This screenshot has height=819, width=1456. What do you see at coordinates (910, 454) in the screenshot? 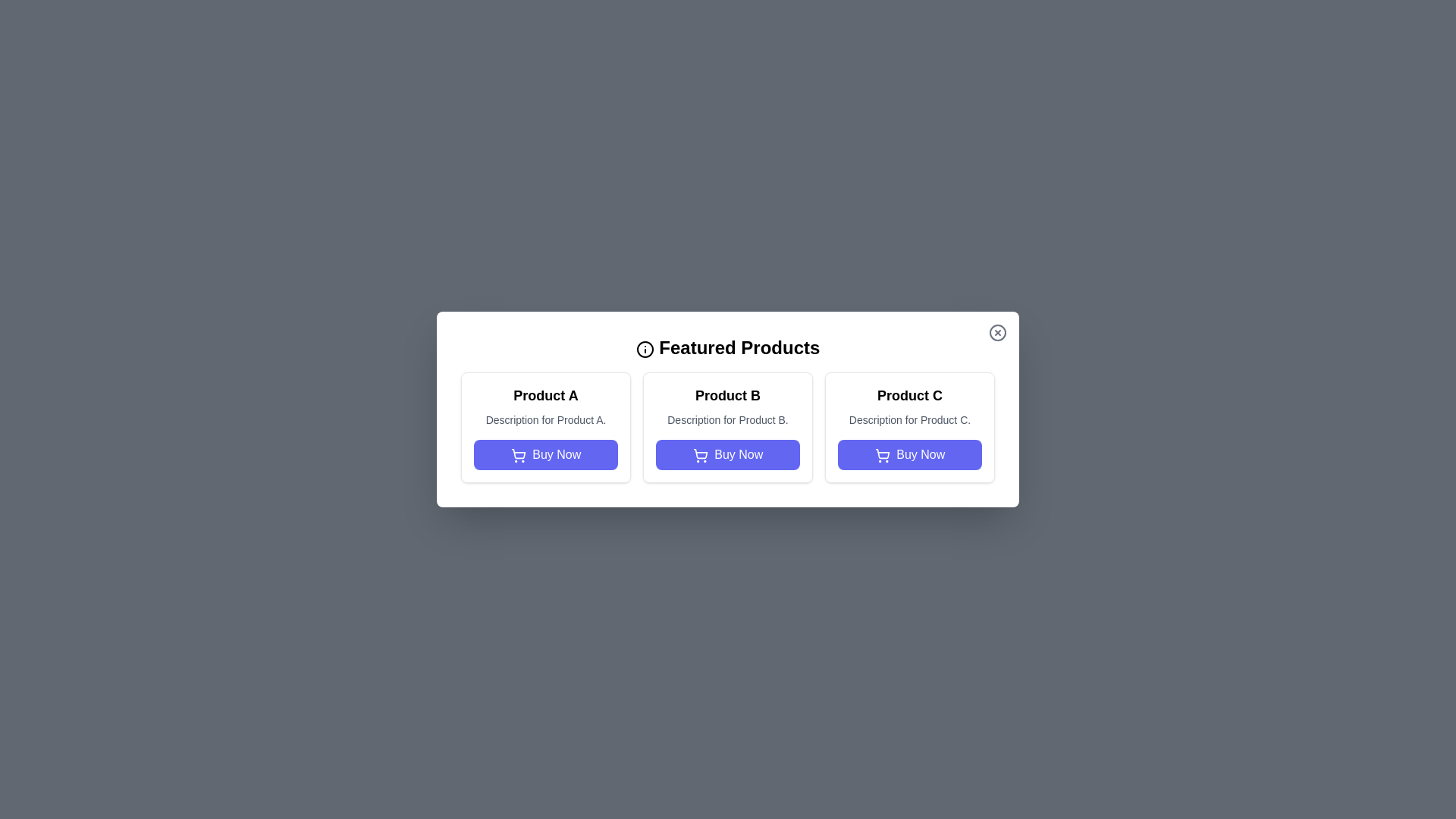
I see `the 'Buy Now' button for Product C` at bounding box center [910, 454].